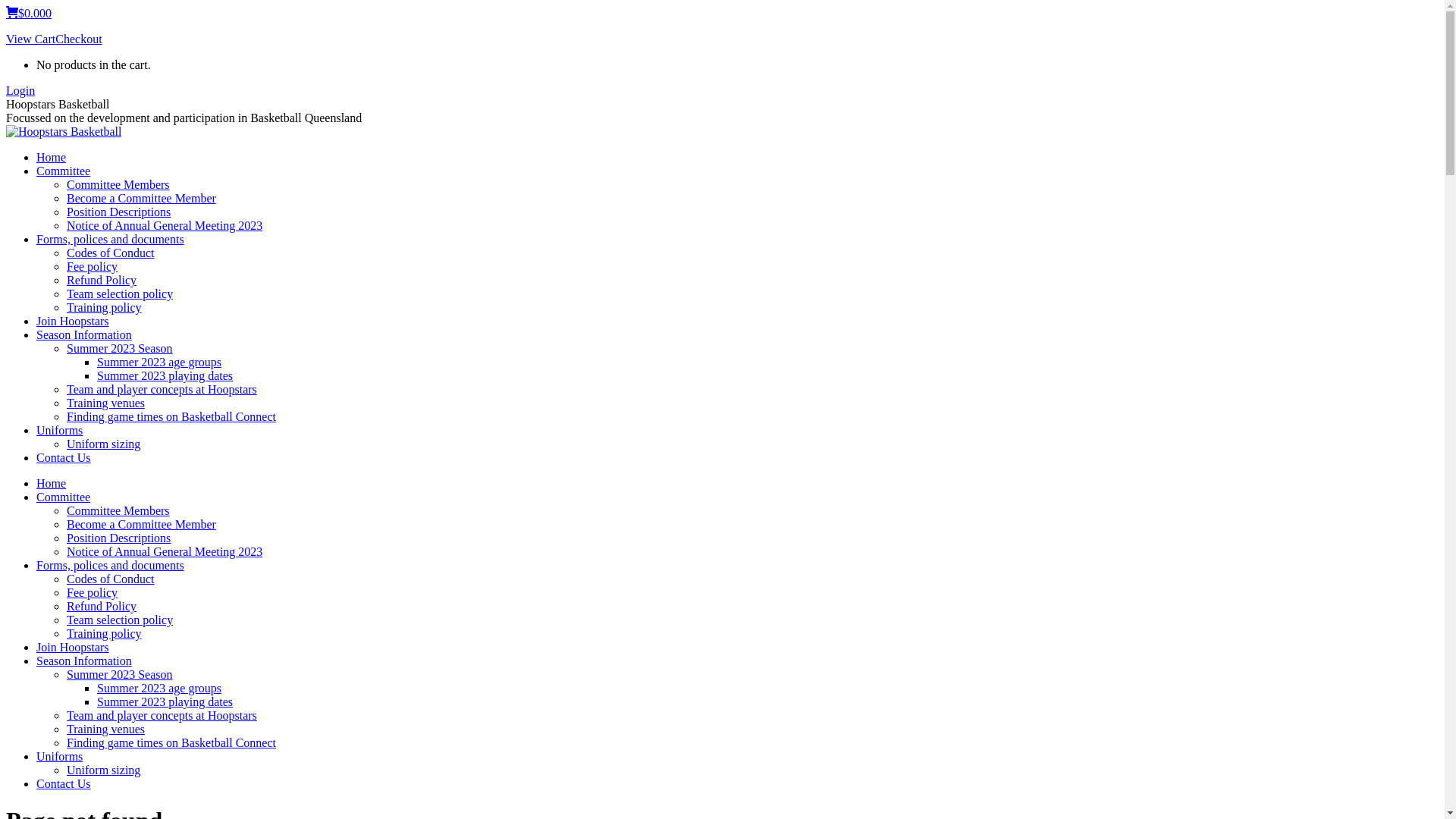  What do you see at coordinates (65, 579) in the screenshot?
I see `'Codes of Conduct'` at bounding box center [65, 579].